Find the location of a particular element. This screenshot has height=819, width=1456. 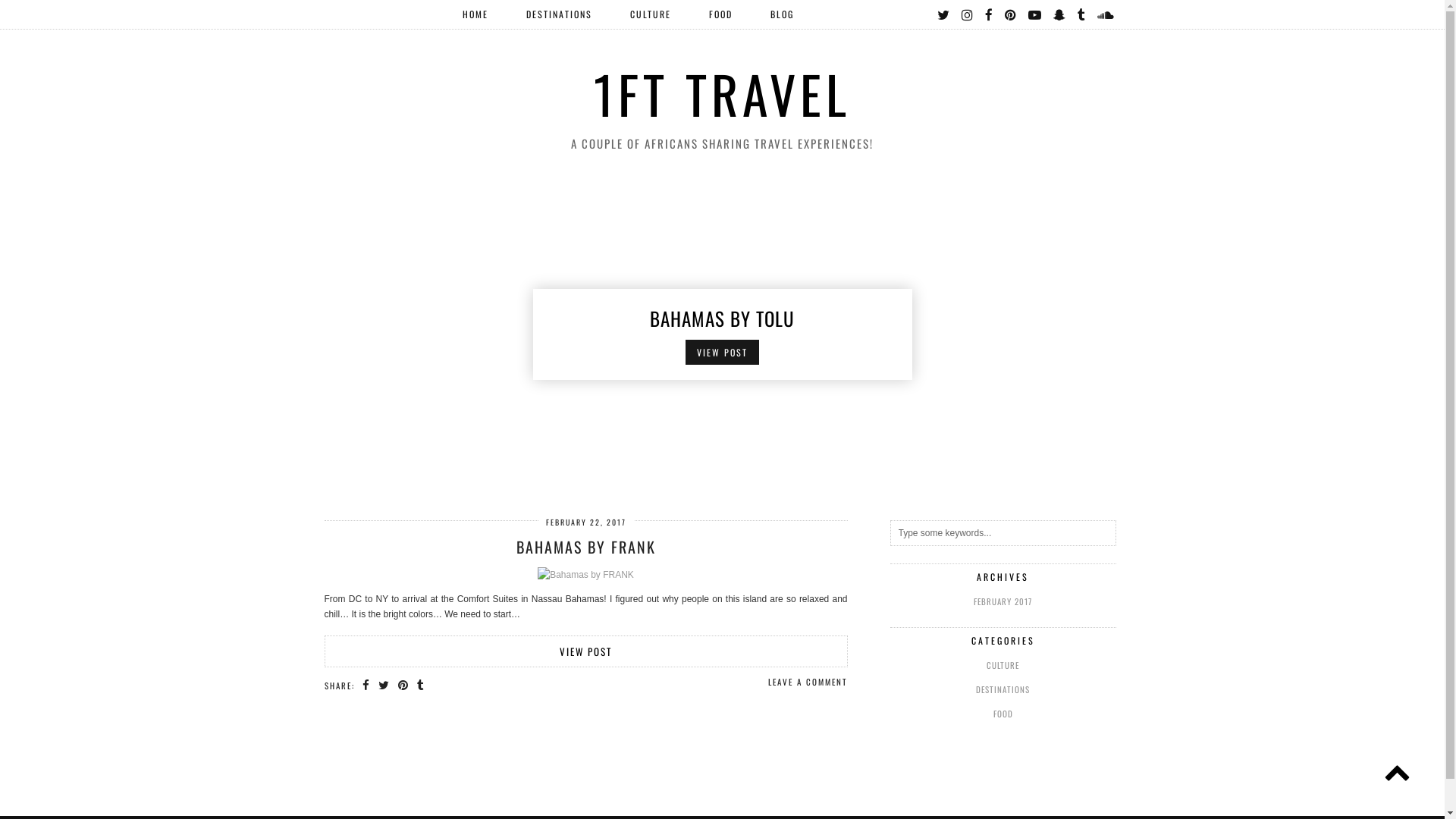

'1FT TRAVEL' is located at coordinates (721, 93).